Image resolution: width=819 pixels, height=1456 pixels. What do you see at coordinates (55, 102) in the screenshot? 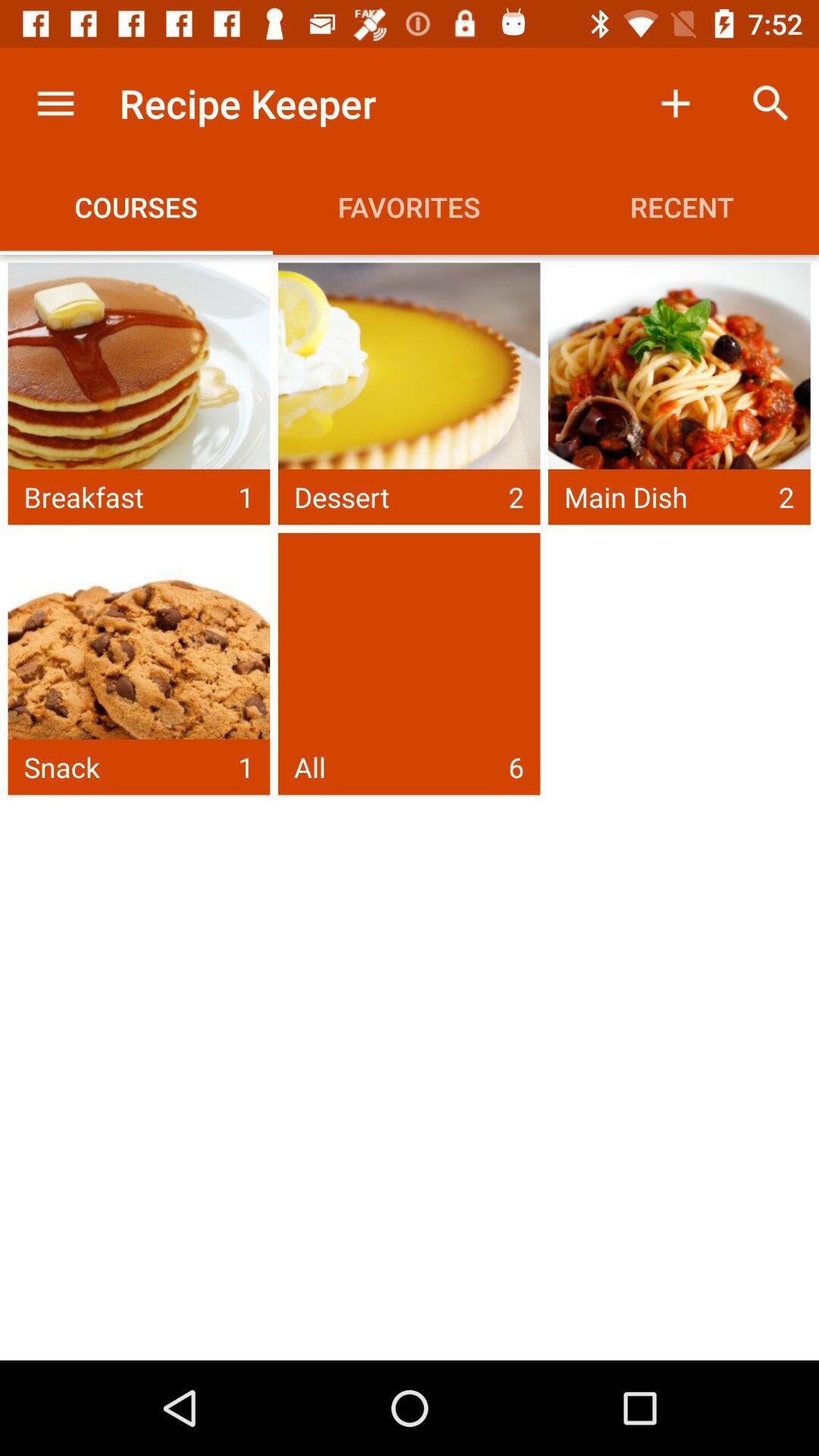
I see `item above the courses` at bounding box center [55, 102].